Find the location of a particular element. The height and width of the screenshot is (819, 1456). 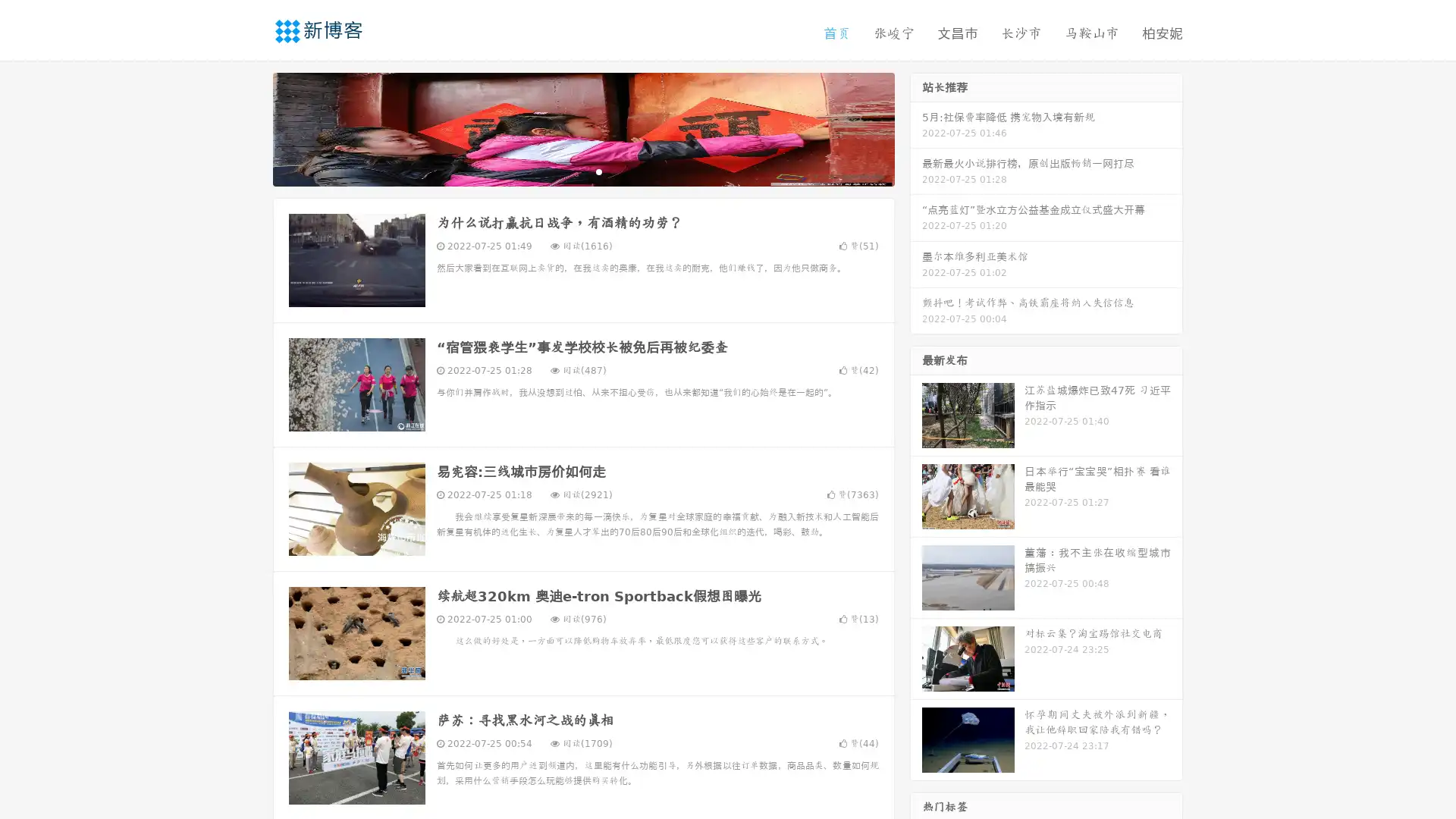

Go to slide 3 is located at coordinates (598, 171).